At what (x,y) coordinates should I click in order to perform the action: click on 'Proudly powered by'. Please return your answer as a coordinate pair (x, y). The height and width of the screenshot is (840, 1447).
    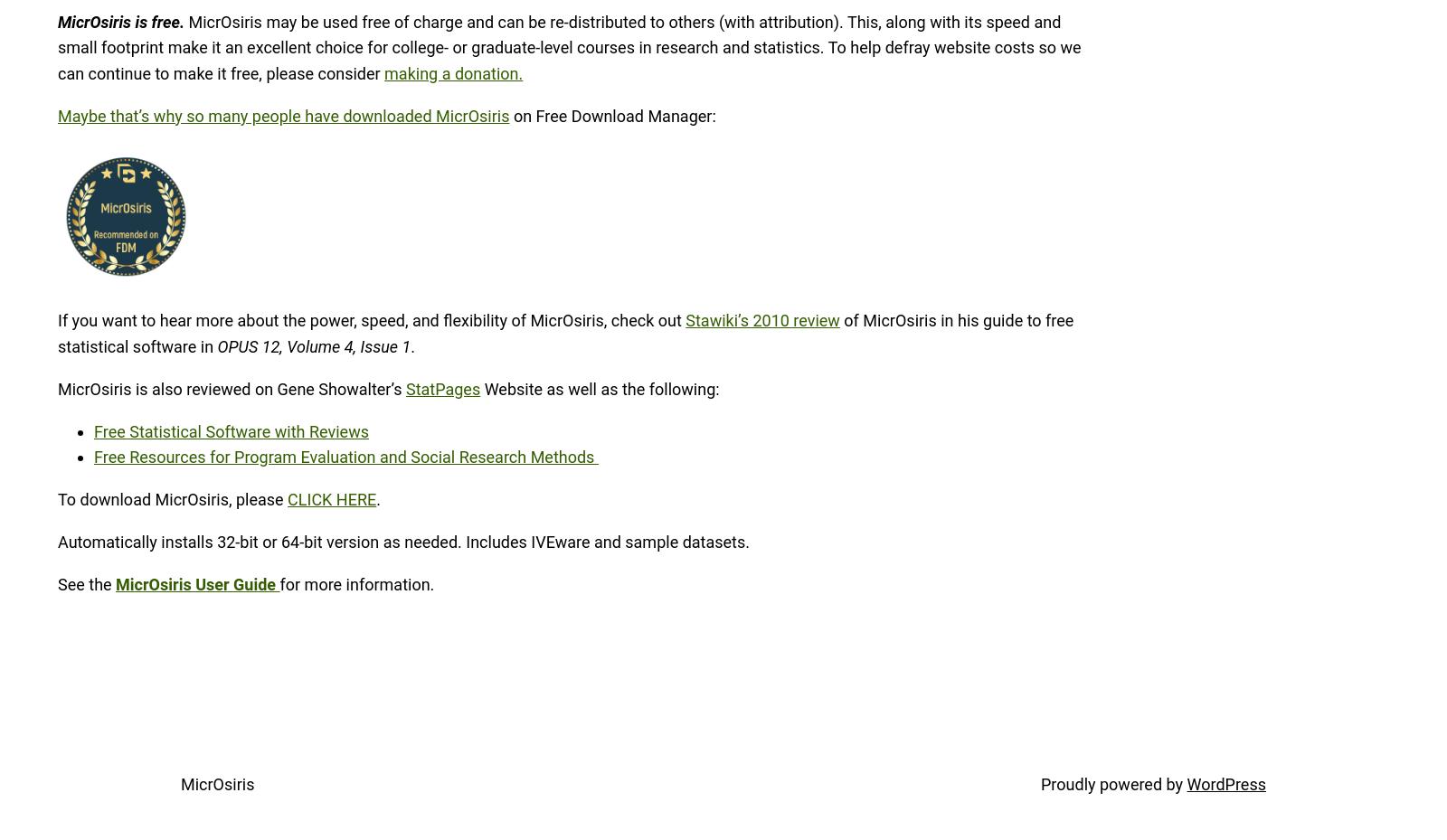
    Looking at the image, I should click on (1112, 783).